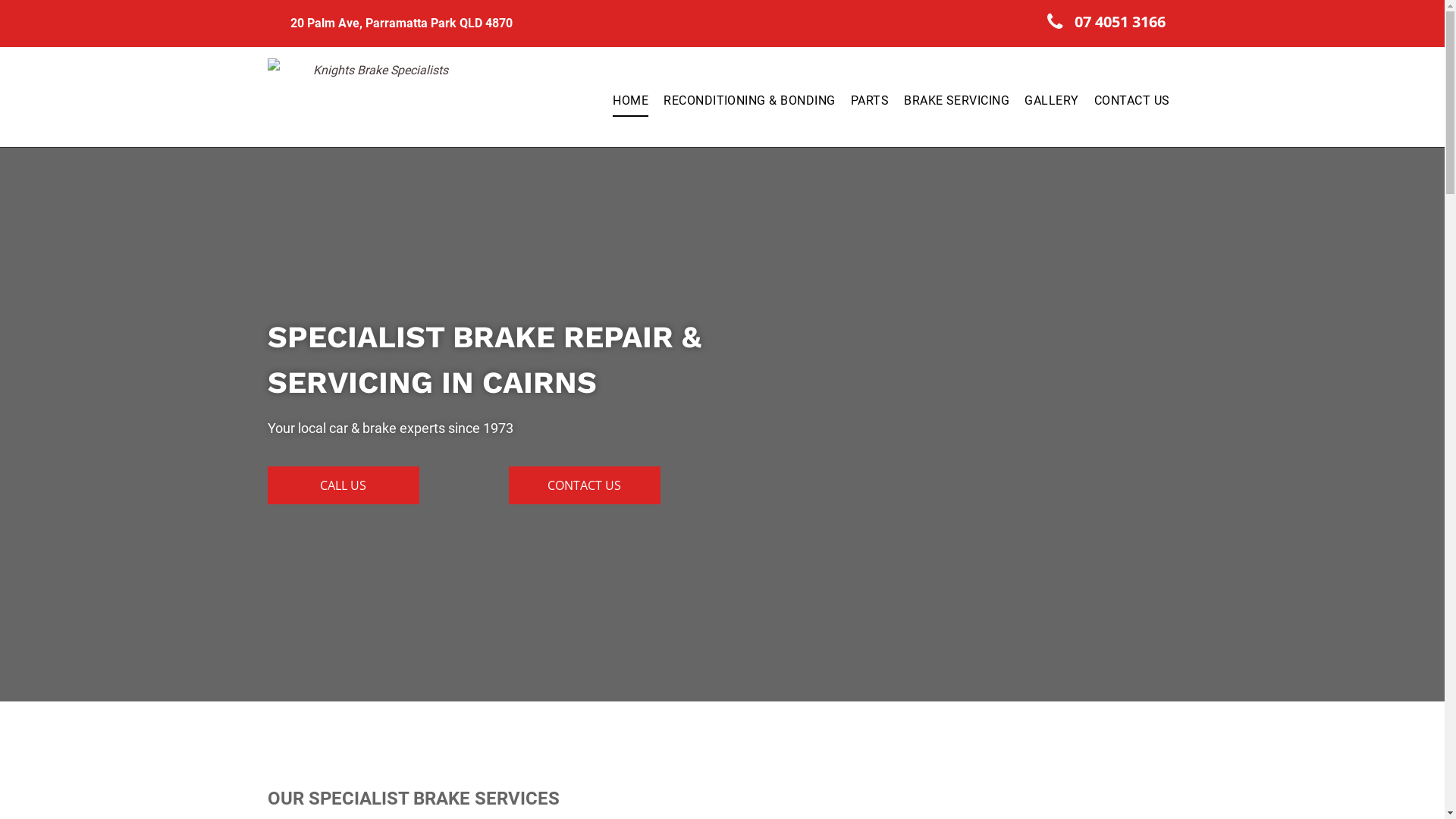 The height and width of the screenshot is (819, 1456). I want to click on 'PARTS', so click(870, 100).